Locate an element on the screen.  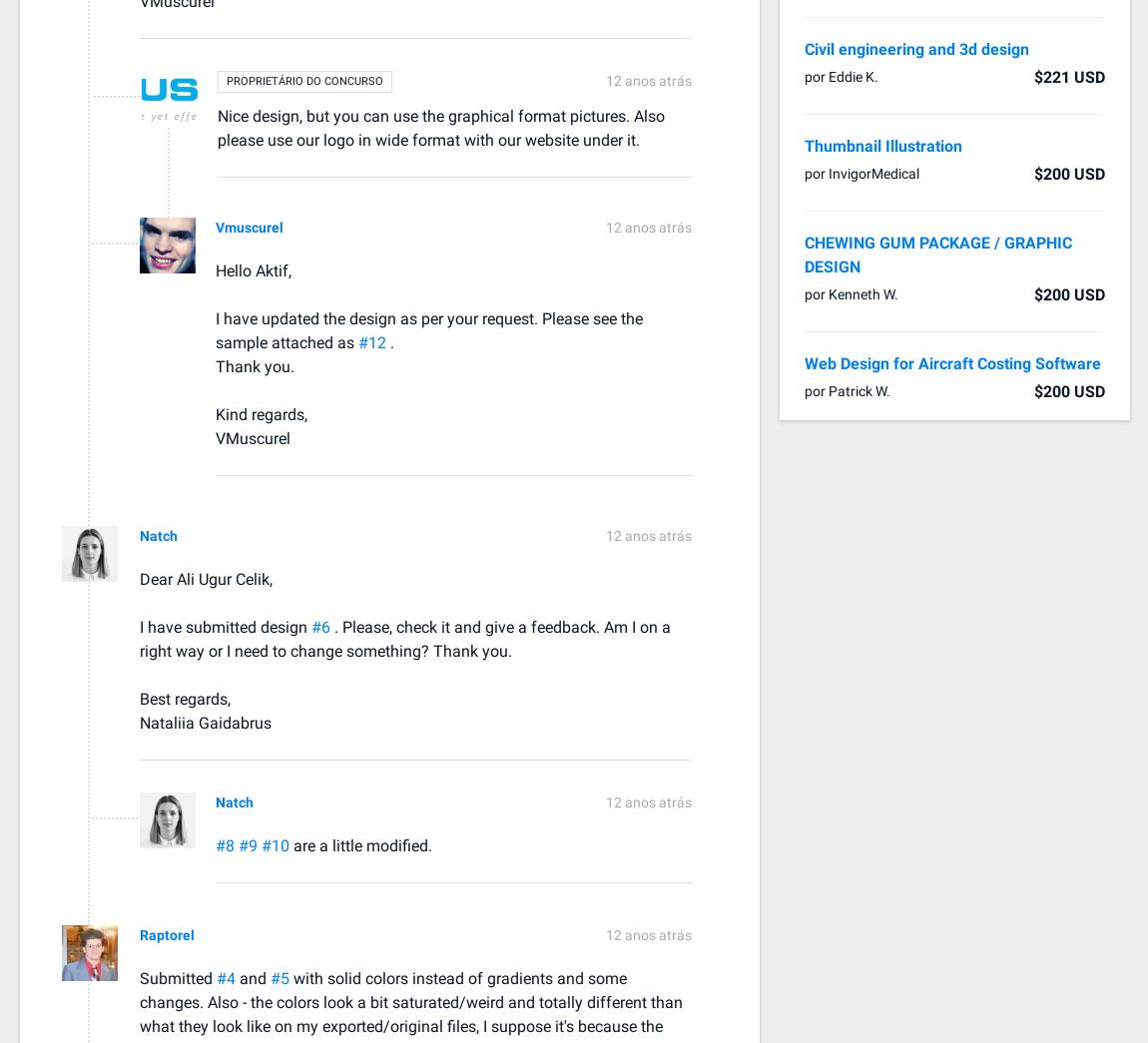
'#6' is located at coordinates (310, 625).